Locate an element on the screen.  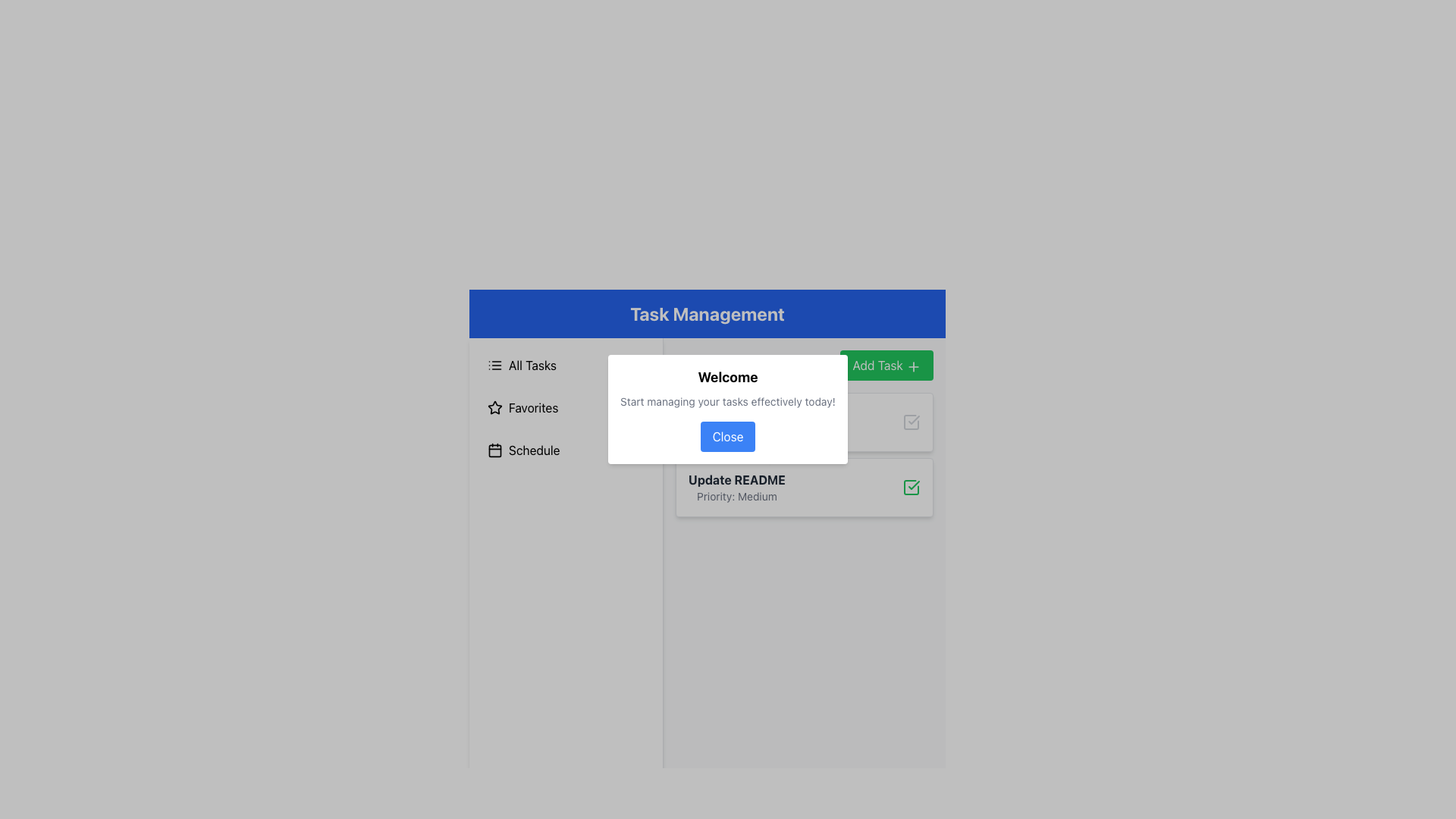
the 'All Tasks' text label in the vertical menu on the left side is located at coordinates (532, 366).